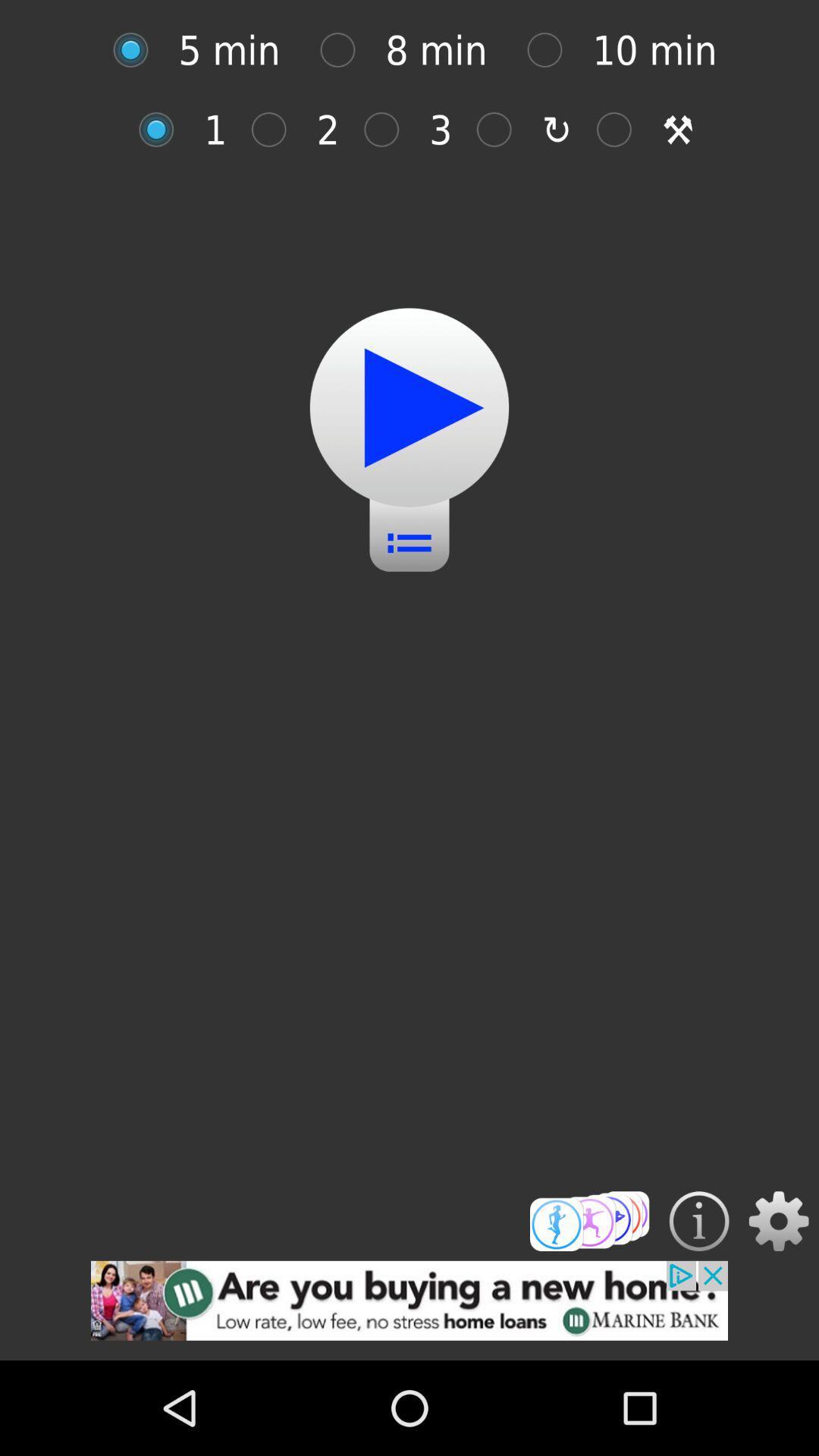 Image resolution: width=819 pixels, height=1456 pixels. Describe the element at coordinates (553, 50) in the screenshot. I see `option` at that location.